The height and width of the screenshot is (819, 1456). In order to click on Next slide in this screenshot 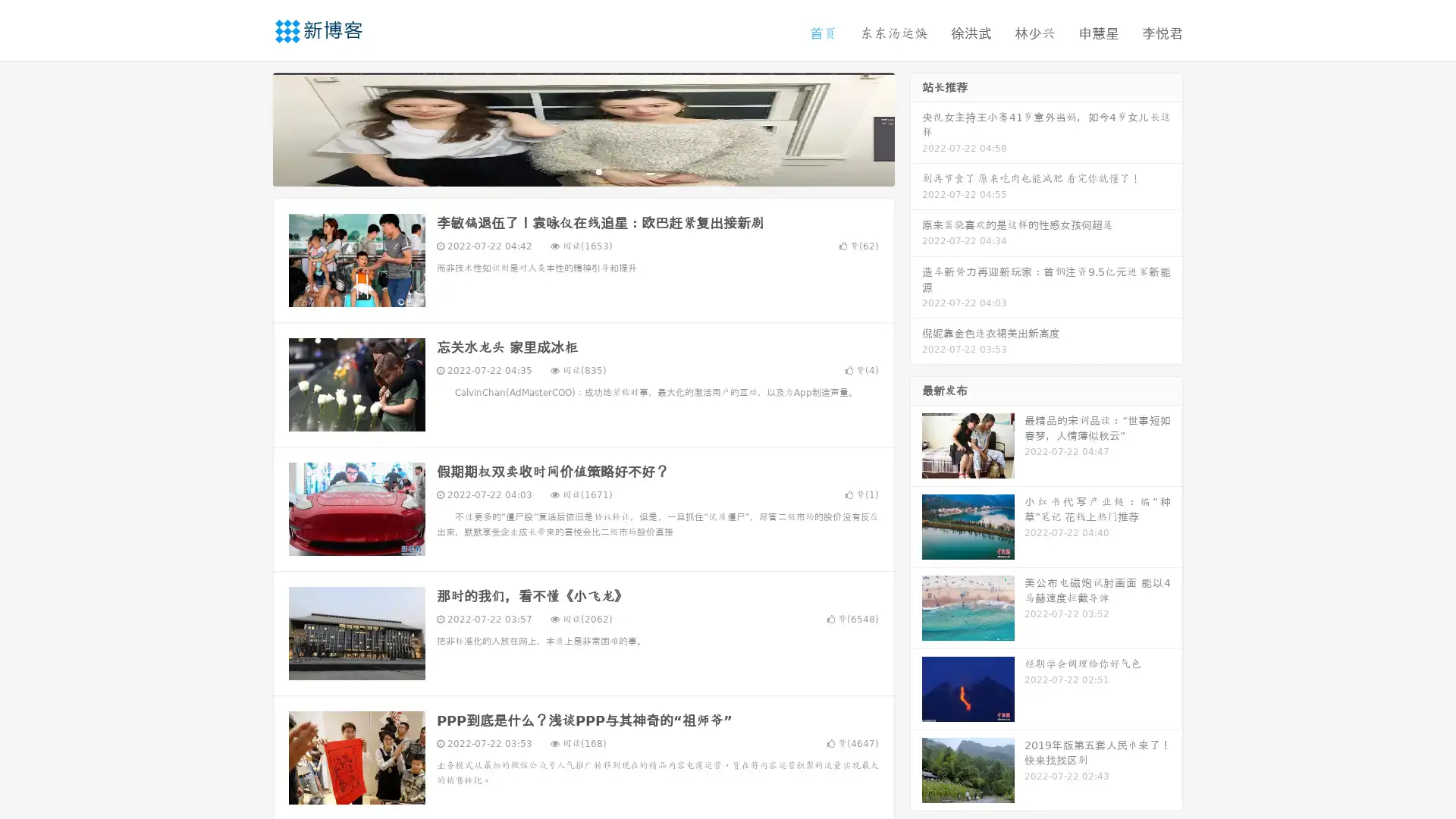, I will do `click(916, 127)`.